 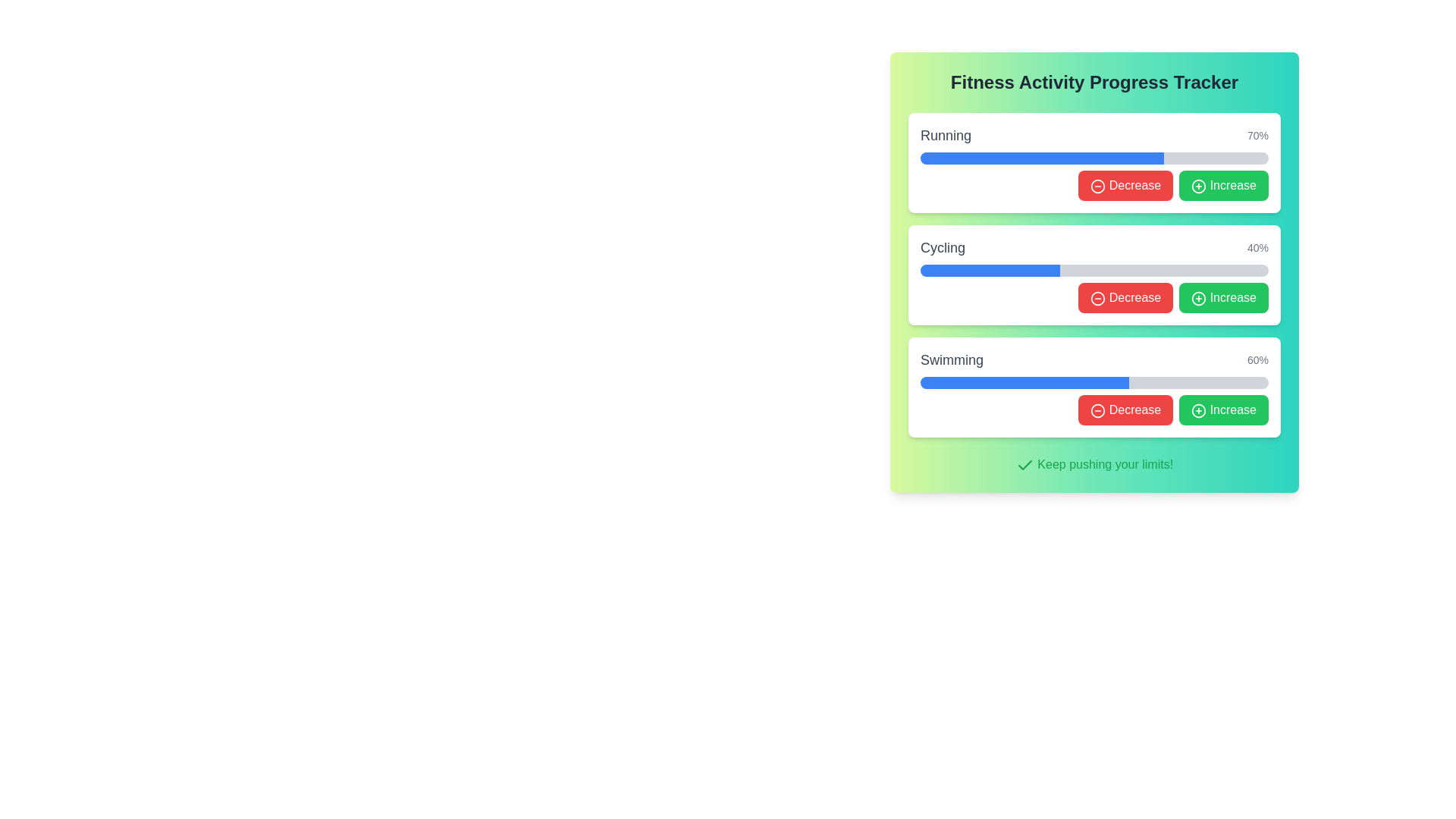 I want to click on the 'Increase' button on the second card in the 'Fitness Activity Progress Tracker' which displays a progress bar and the text 'Cycling', so click(x=1094, y=275).